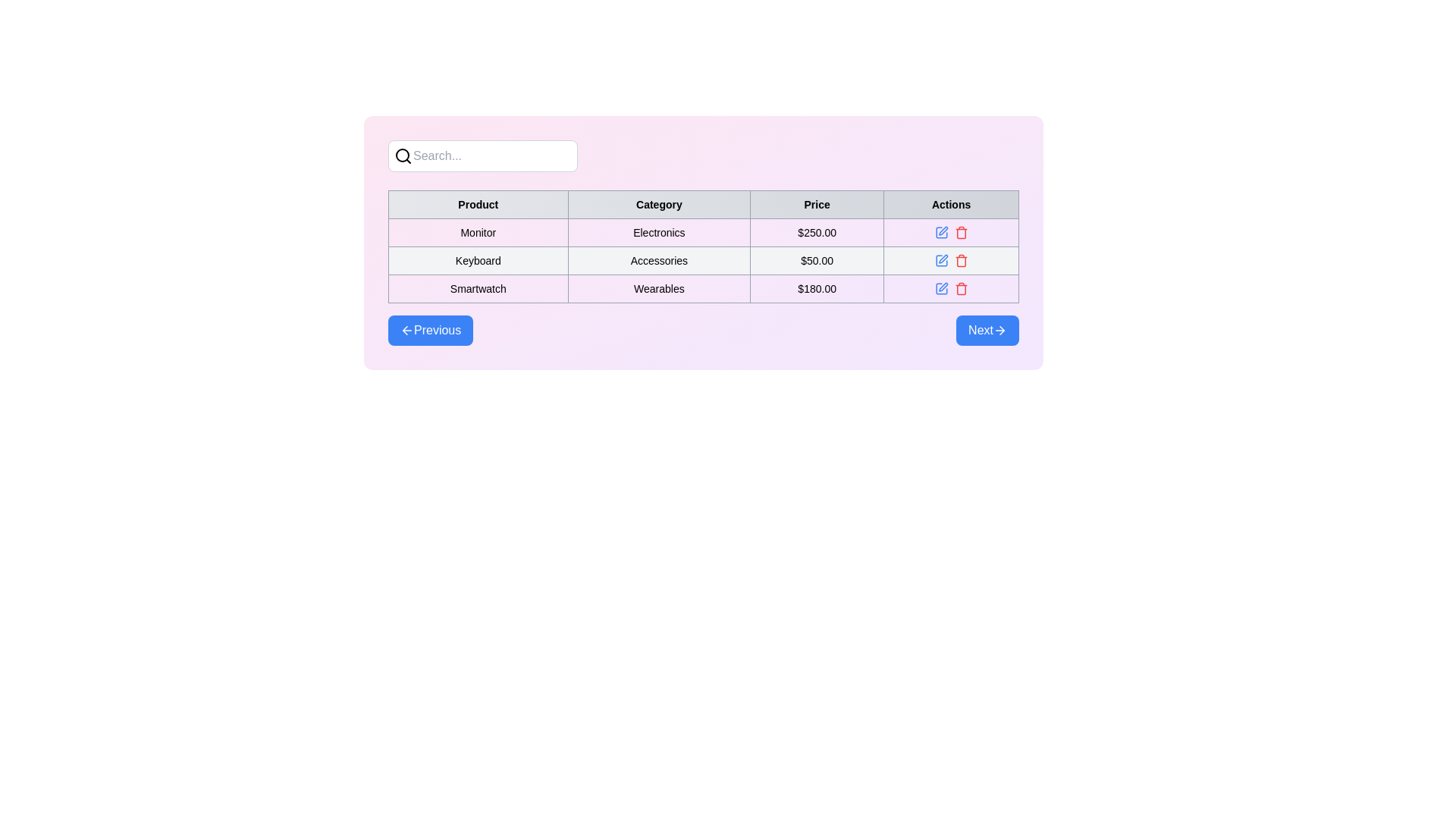 This screenshot has height=819, width=1456. I want to click on the blue pencil icon button located in the 'Actions' column of the last row in the displayed table, so click(940, 289).